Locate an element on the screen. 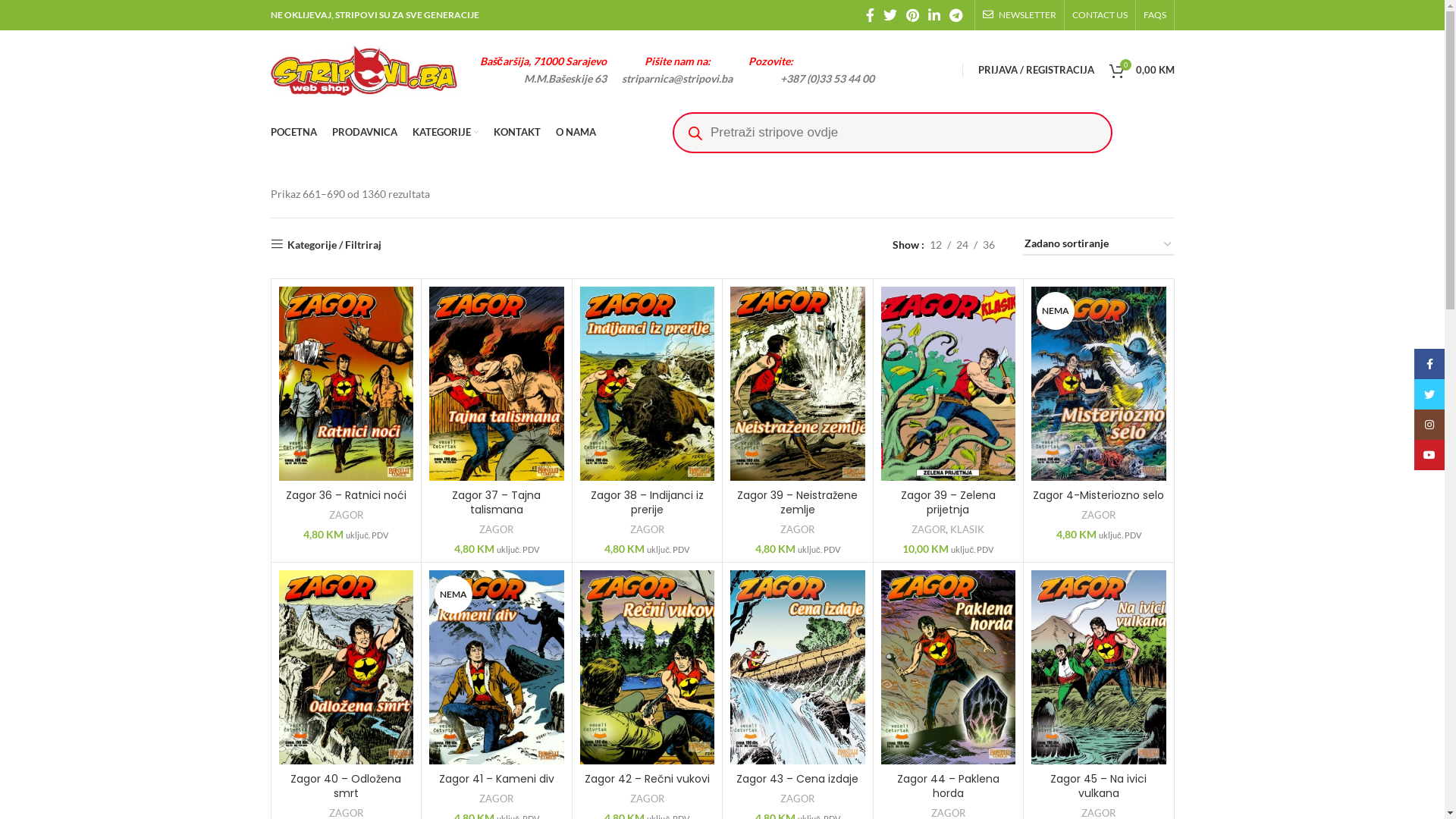 This screenshot has height=819, width=1456. '0 is located at coordinates (1141, 70).